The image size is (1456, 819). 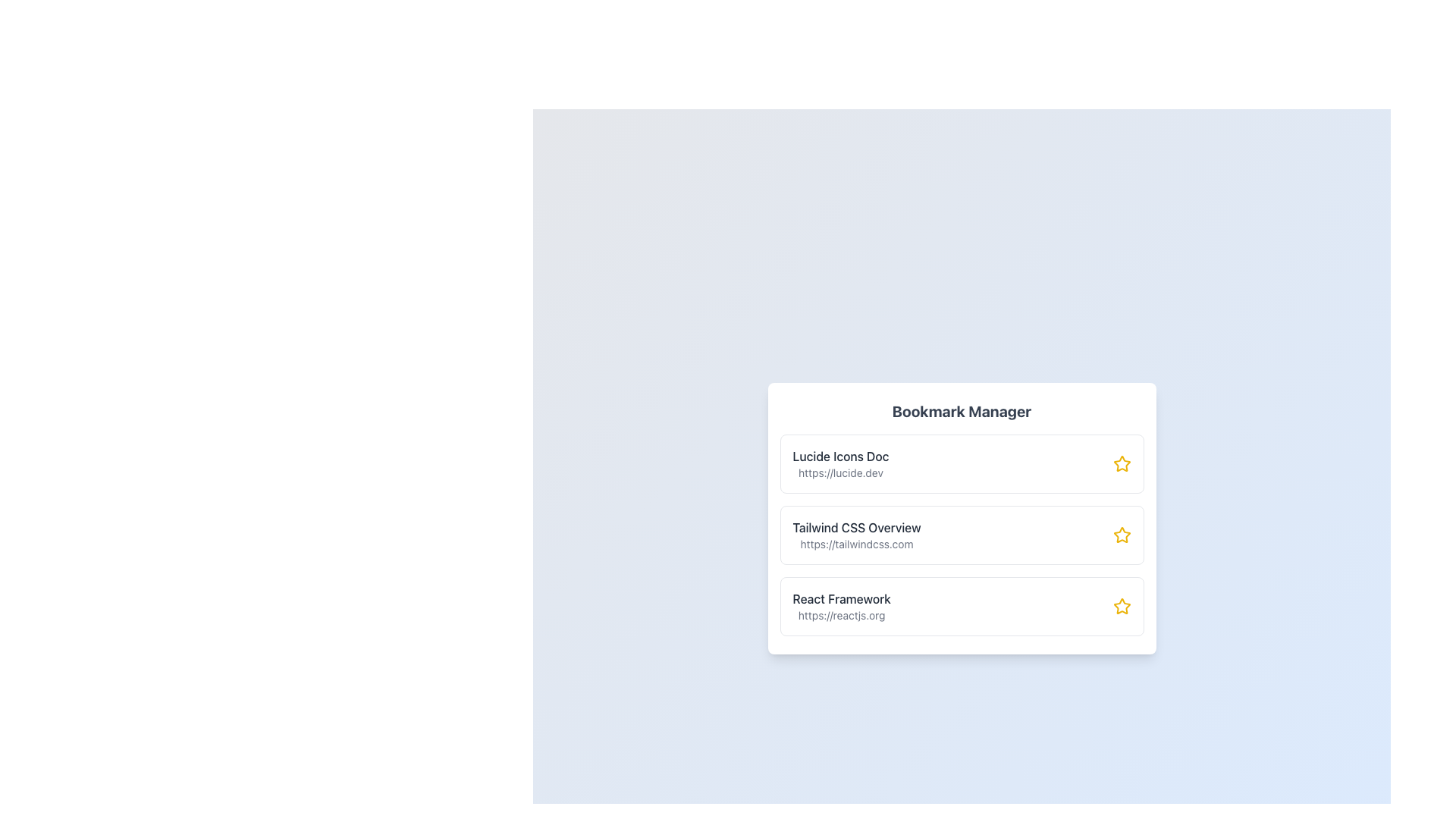 I want to click on the textual hyperlink displaying 'https://reactjs.org' located below the title 'React Framework' in the third section of the 'Bookmark Manager' interface, so click(x=841, y=616).